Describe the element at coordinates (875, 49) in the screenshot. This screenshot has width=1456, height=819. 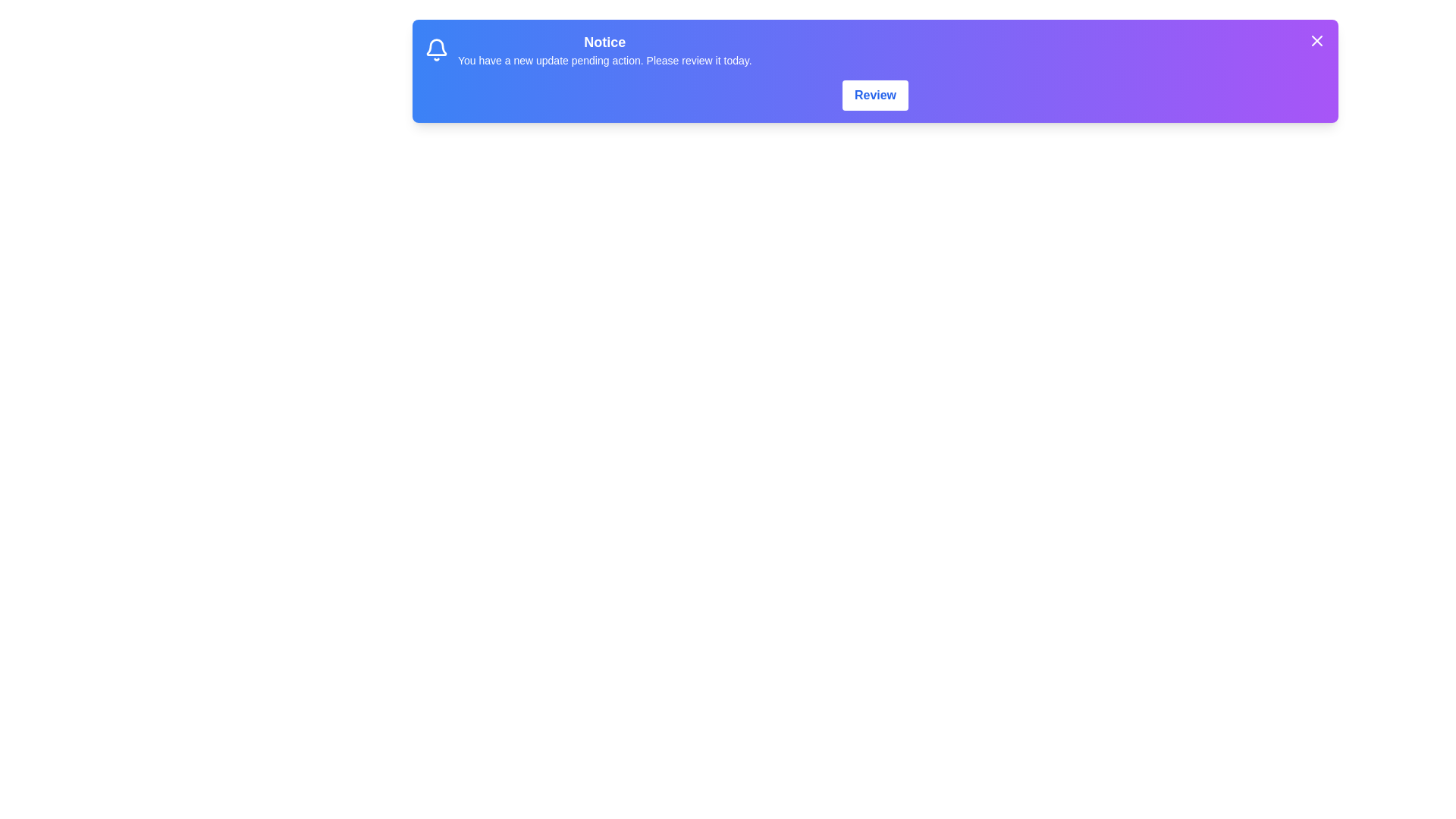
I see `the notification with the bold 'Notice' label that has a blue-to-purple gradient background and white text` at that location.